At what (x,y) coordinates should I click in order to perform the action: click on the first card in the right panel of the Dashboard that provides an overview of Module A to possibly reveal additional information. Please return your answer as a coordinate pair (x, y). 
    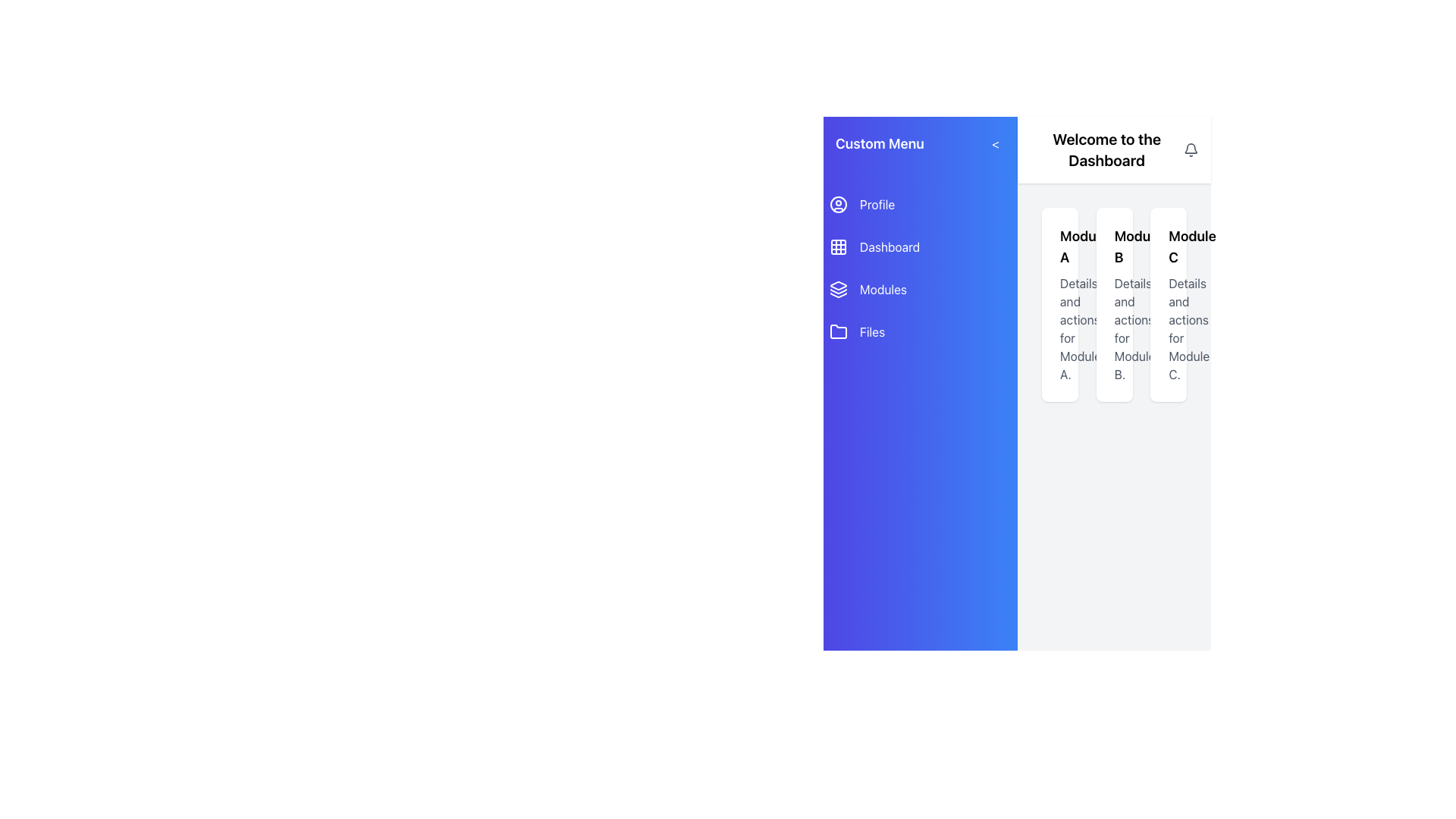
    Looking at the image, I should click on (1059, 304).